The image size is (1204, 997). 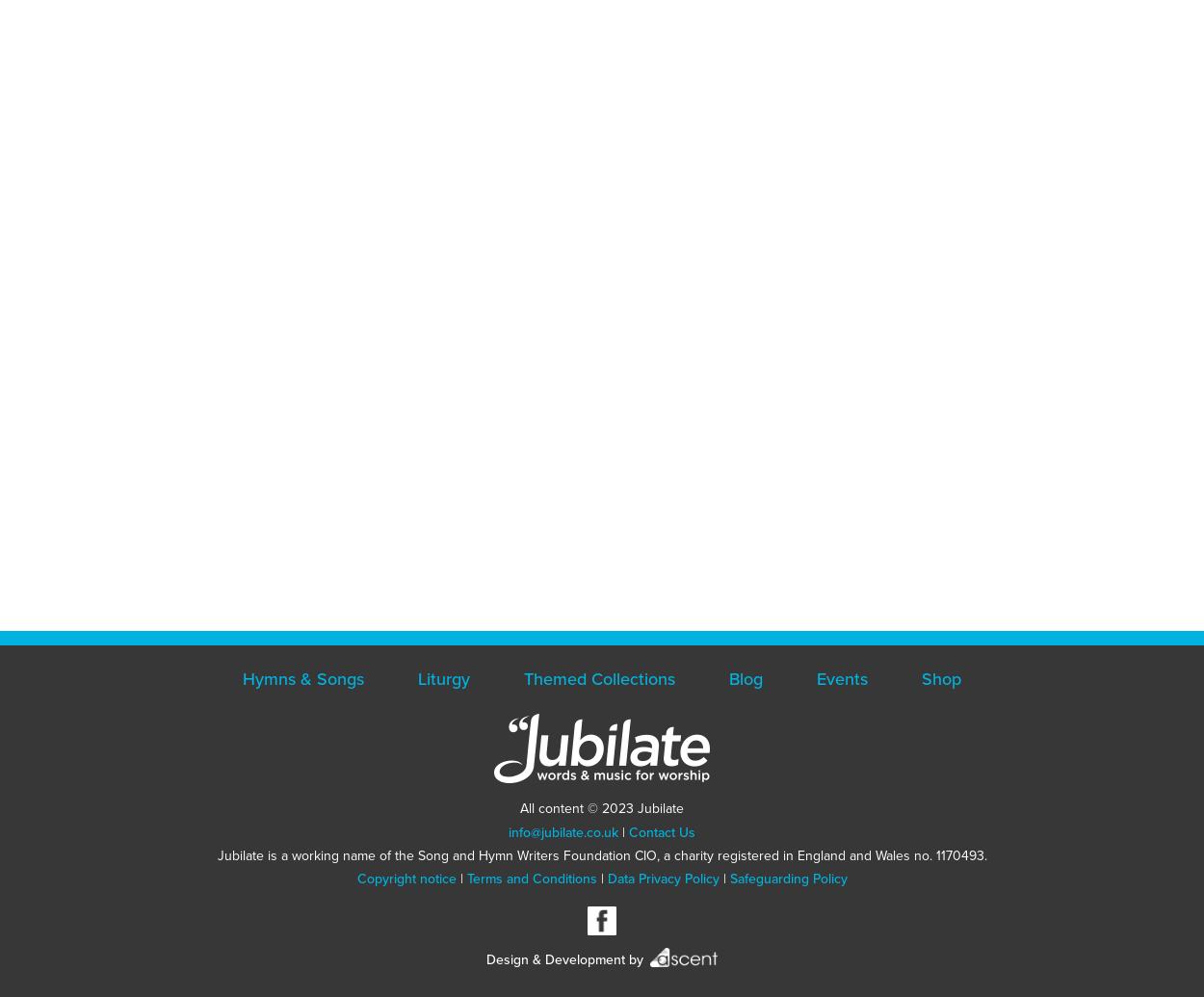 I want to click on 'Themed Collections', so click(x=598, y=678).